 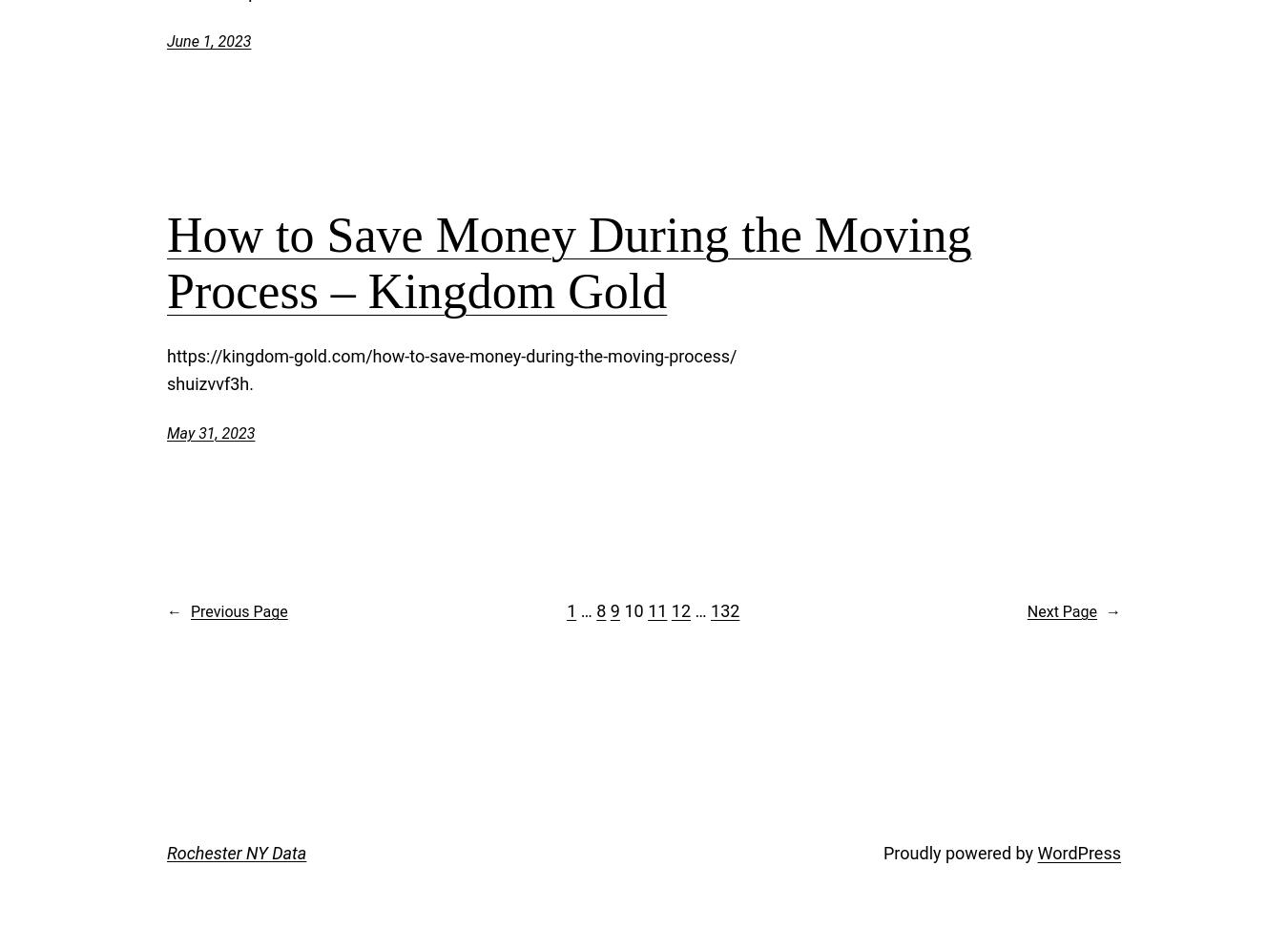 I want to click on 'May 31, 2023', so click(x=210, y=432).